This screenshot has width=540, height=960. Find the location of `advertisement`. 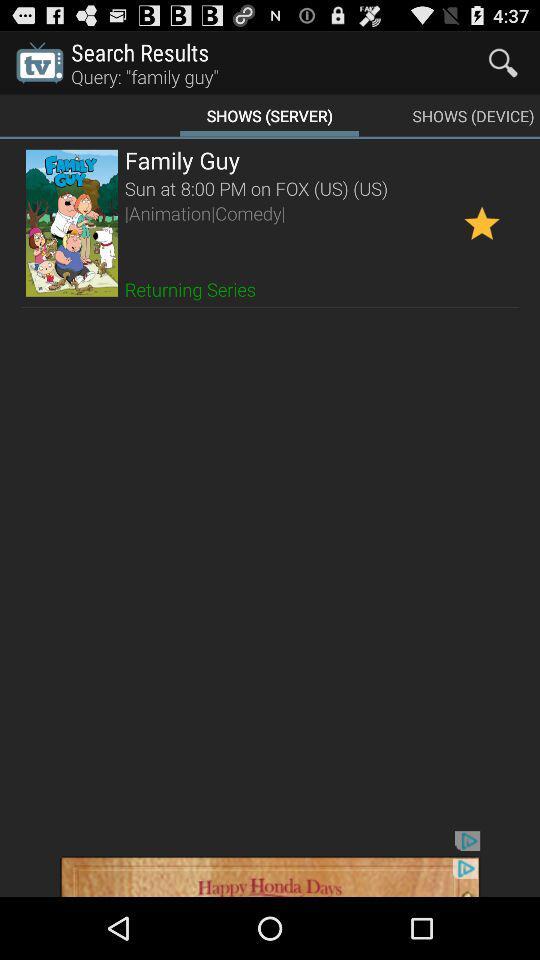

advertisement is located at coordinates (270, 863).